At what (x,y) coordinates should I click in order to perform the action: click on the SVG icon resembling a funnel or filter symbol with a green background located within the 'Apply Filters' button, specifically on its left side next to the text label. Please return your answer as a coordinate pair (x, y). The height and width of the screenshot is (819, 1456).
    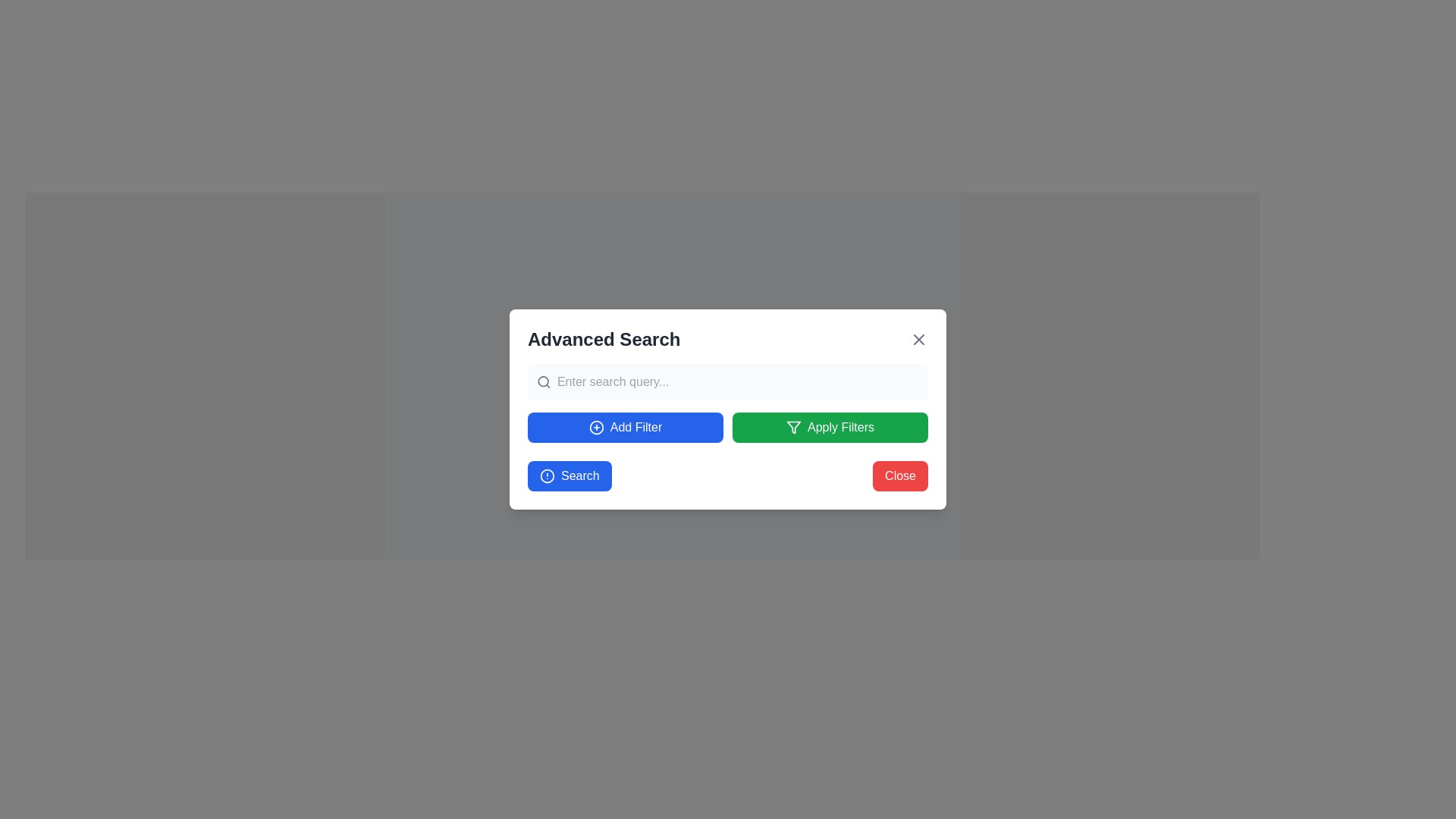
    Looking at the image, I should click on (792, 427).